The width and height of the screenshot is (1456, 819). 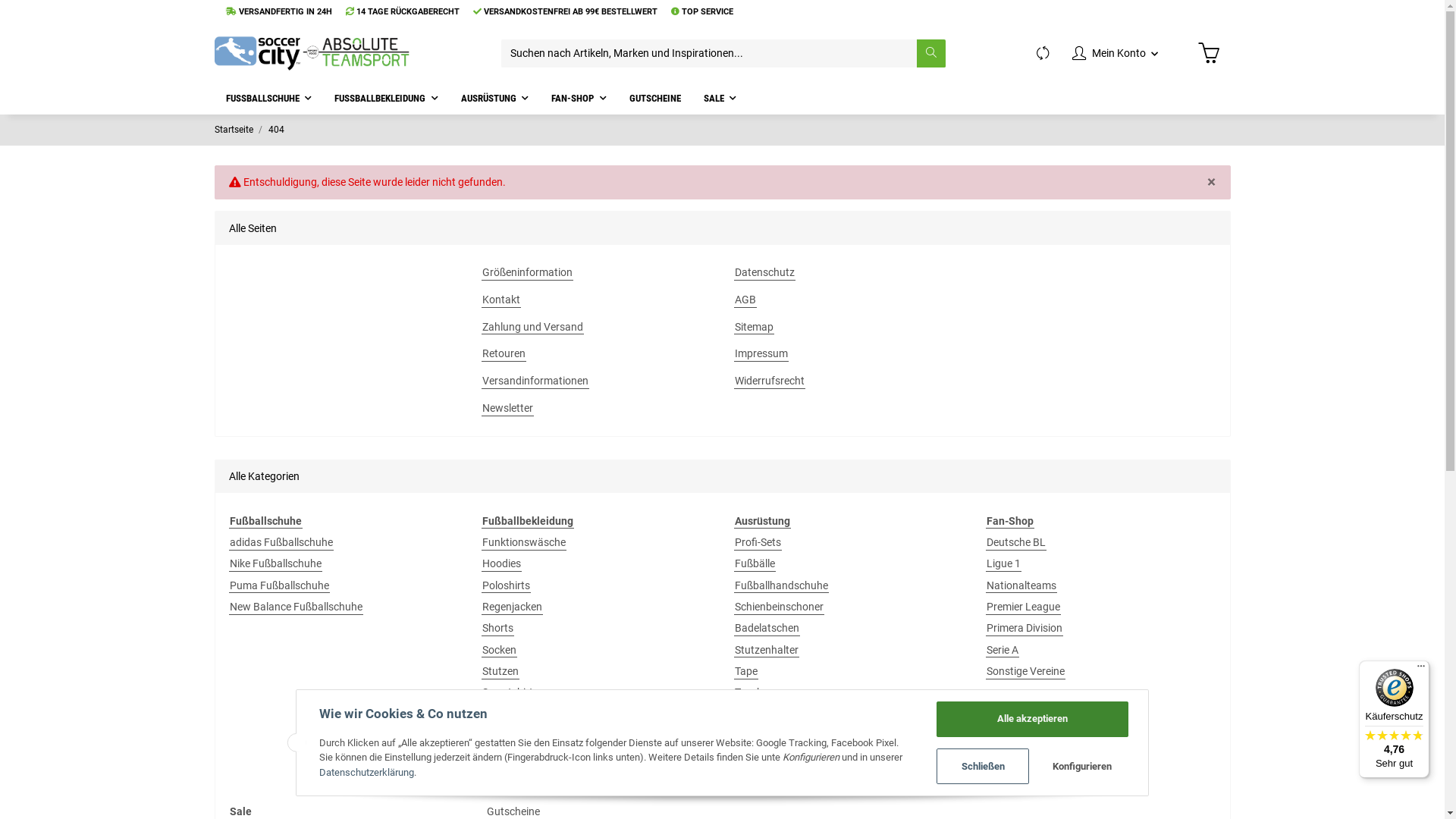 I want to click on 'Kontakt', so click(x=501, y=300).